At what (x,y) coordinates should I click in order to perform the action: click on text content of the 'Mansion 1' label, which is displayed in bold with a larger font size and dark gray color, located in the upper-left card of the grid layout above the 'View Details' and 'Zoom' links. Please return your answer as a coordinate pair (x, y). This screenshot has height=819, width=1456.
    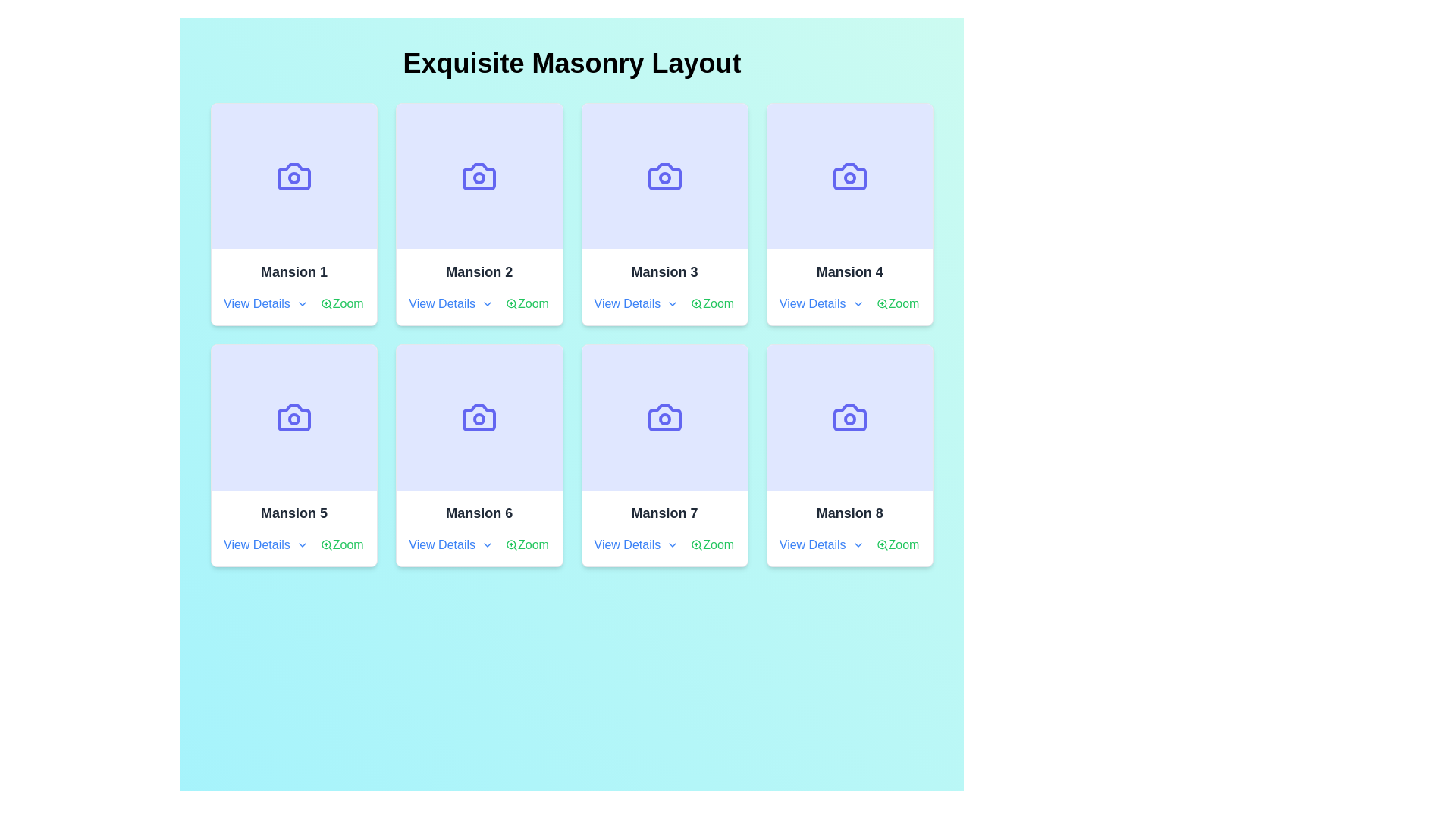
    Looking at the image, I should click on (294, 271).